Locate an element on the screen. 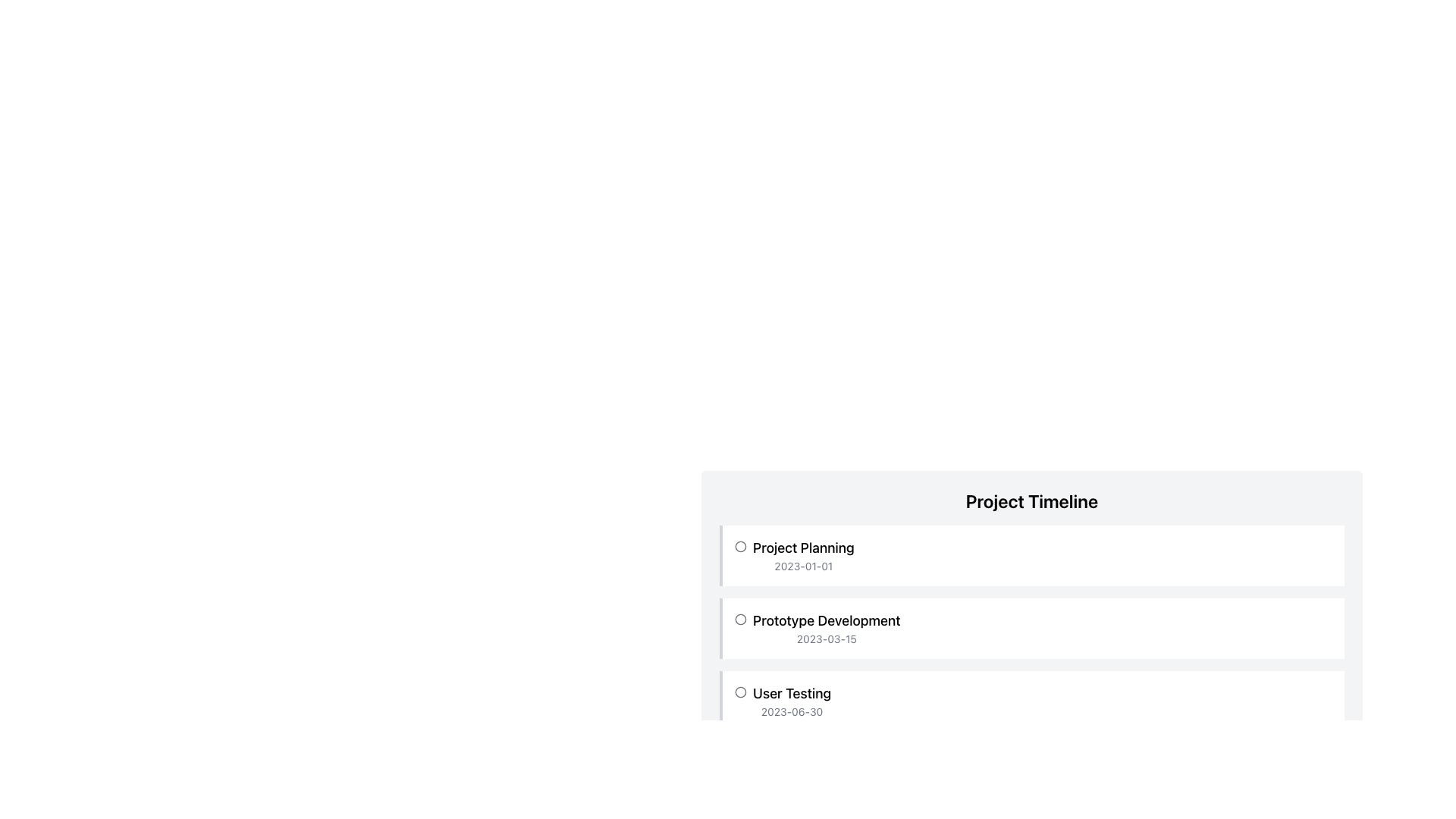 The width and height of the screenshot is (1456, 819). the small circular icon with a gray stroke, positioned to the left of the text 'Project Planning' in the 'Project Timeline' section is located at coordinates (741, 547).